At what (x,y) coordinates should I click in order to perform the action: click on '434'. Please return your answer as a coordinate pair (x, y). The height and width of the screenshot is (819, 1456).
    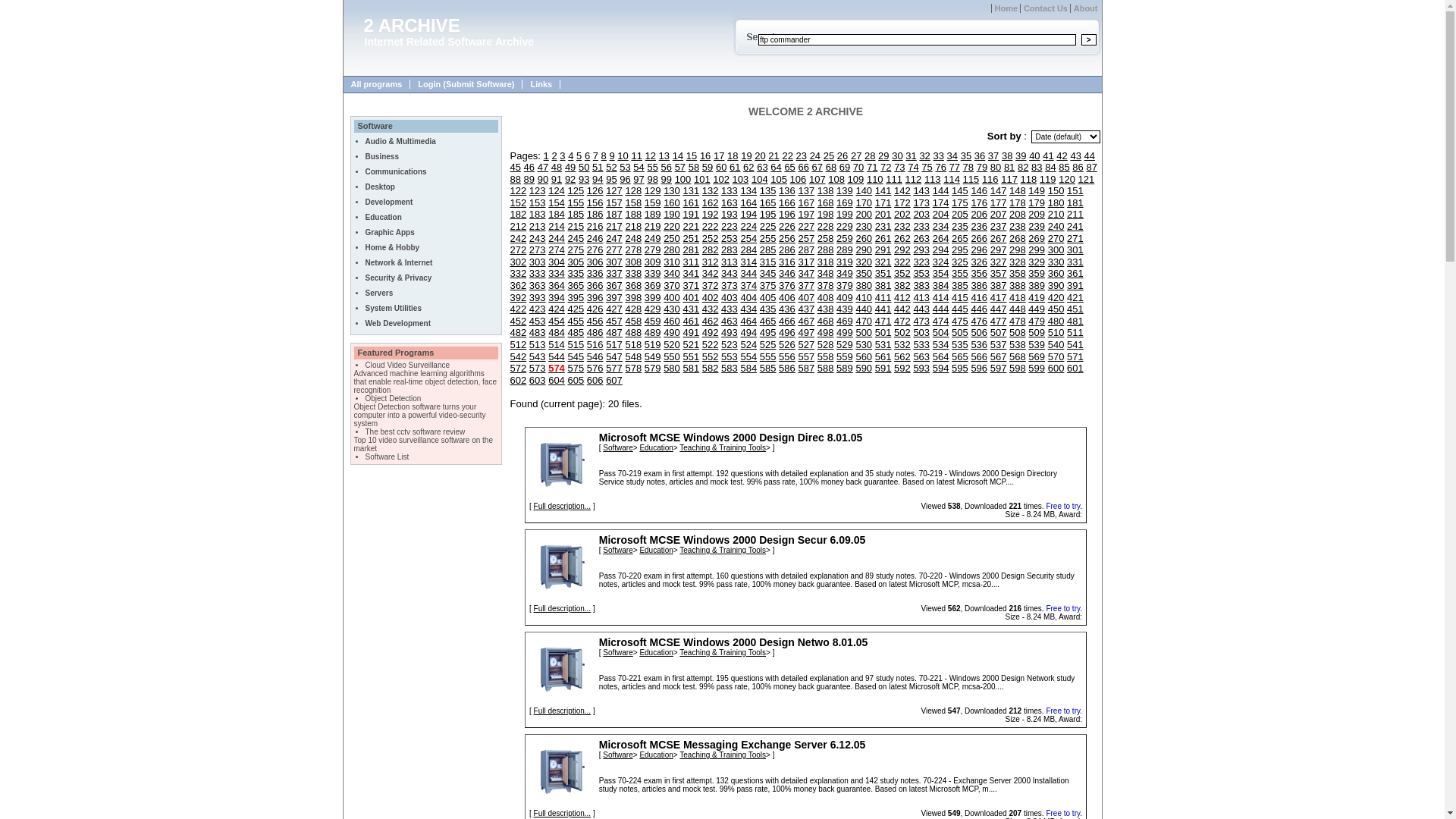
    Looking at the image, I should click on (748, 308).